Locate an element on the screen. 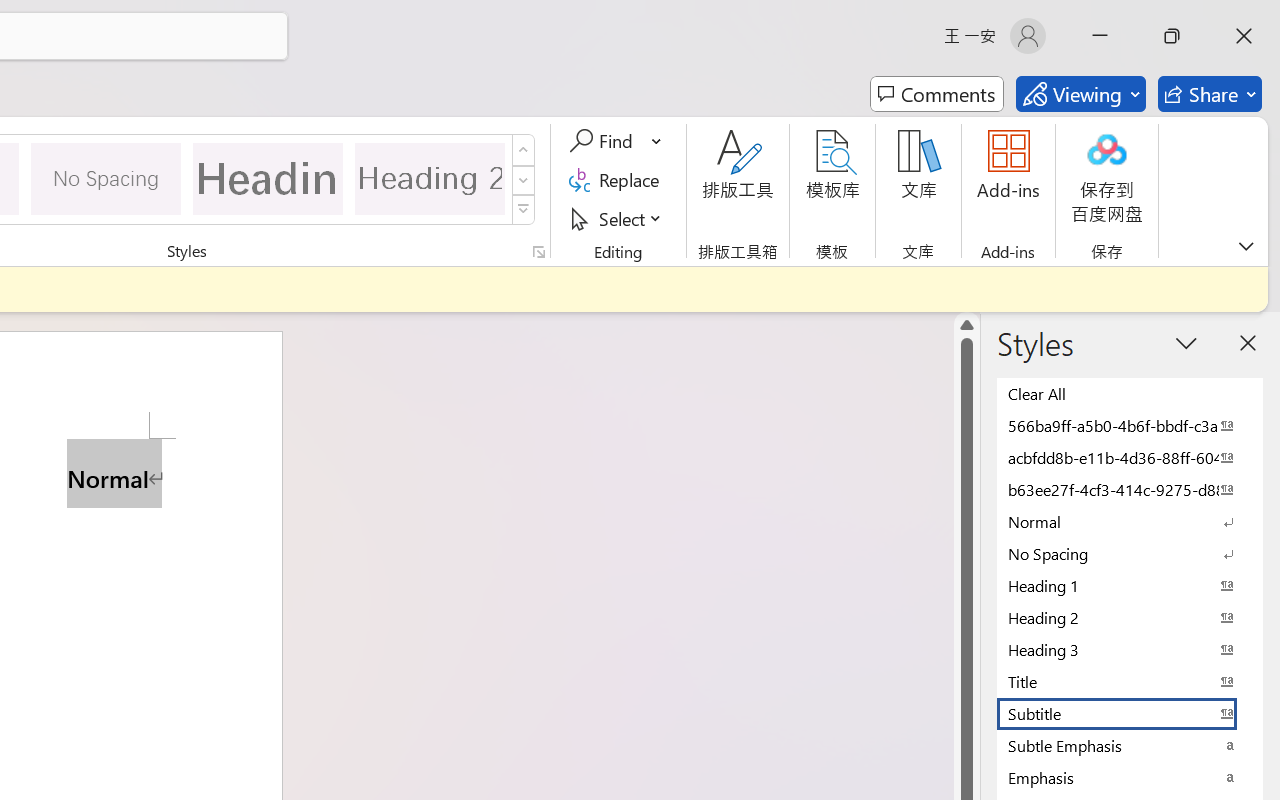 The height and width of the screenshot is (800, 1280). 'Select' is located at coordinates (617, 218).